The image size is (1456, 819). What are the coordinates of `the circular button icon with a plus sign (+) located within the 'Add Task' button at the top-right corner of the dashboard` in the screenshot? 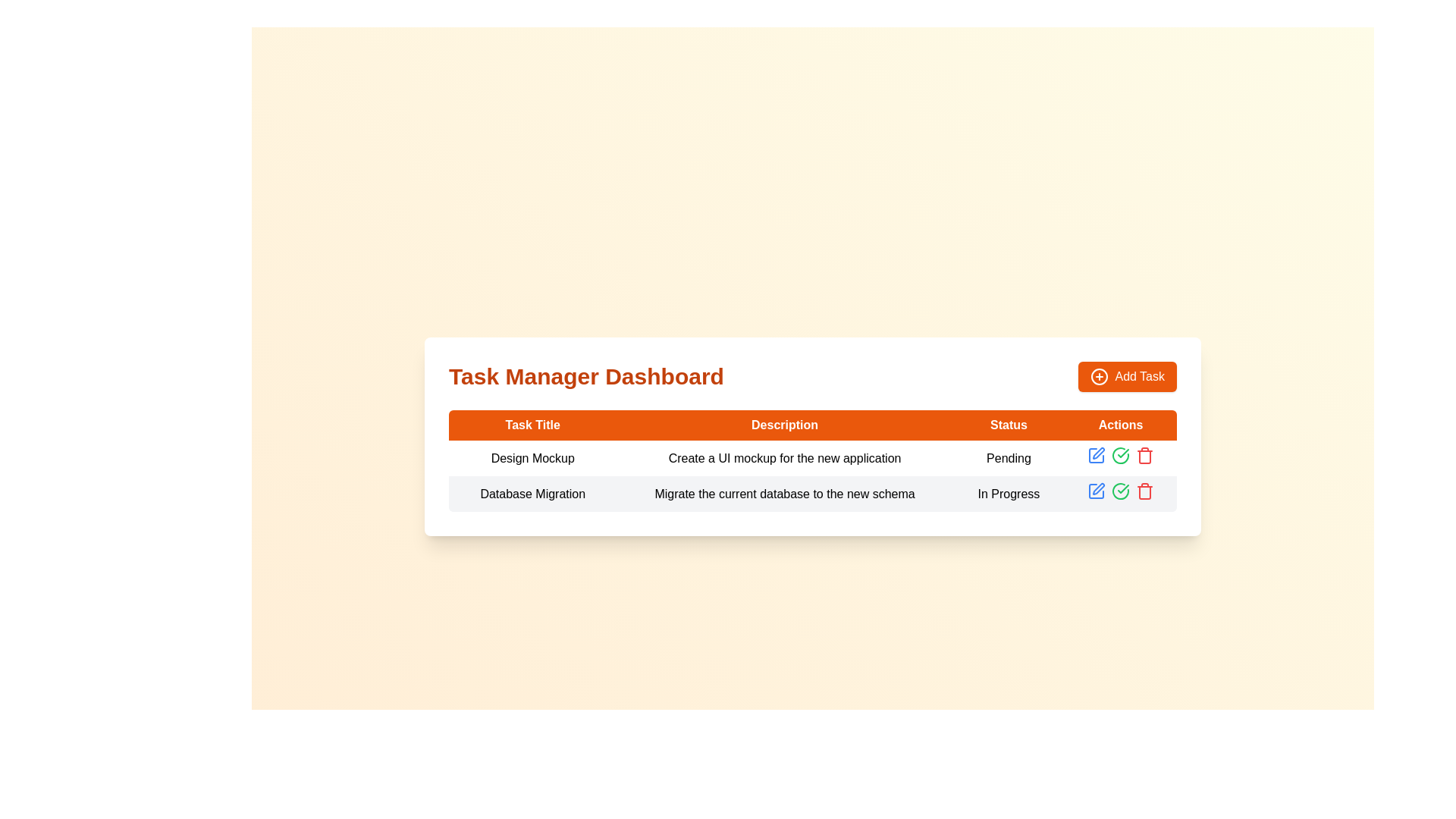 It's located at (1100, 376).